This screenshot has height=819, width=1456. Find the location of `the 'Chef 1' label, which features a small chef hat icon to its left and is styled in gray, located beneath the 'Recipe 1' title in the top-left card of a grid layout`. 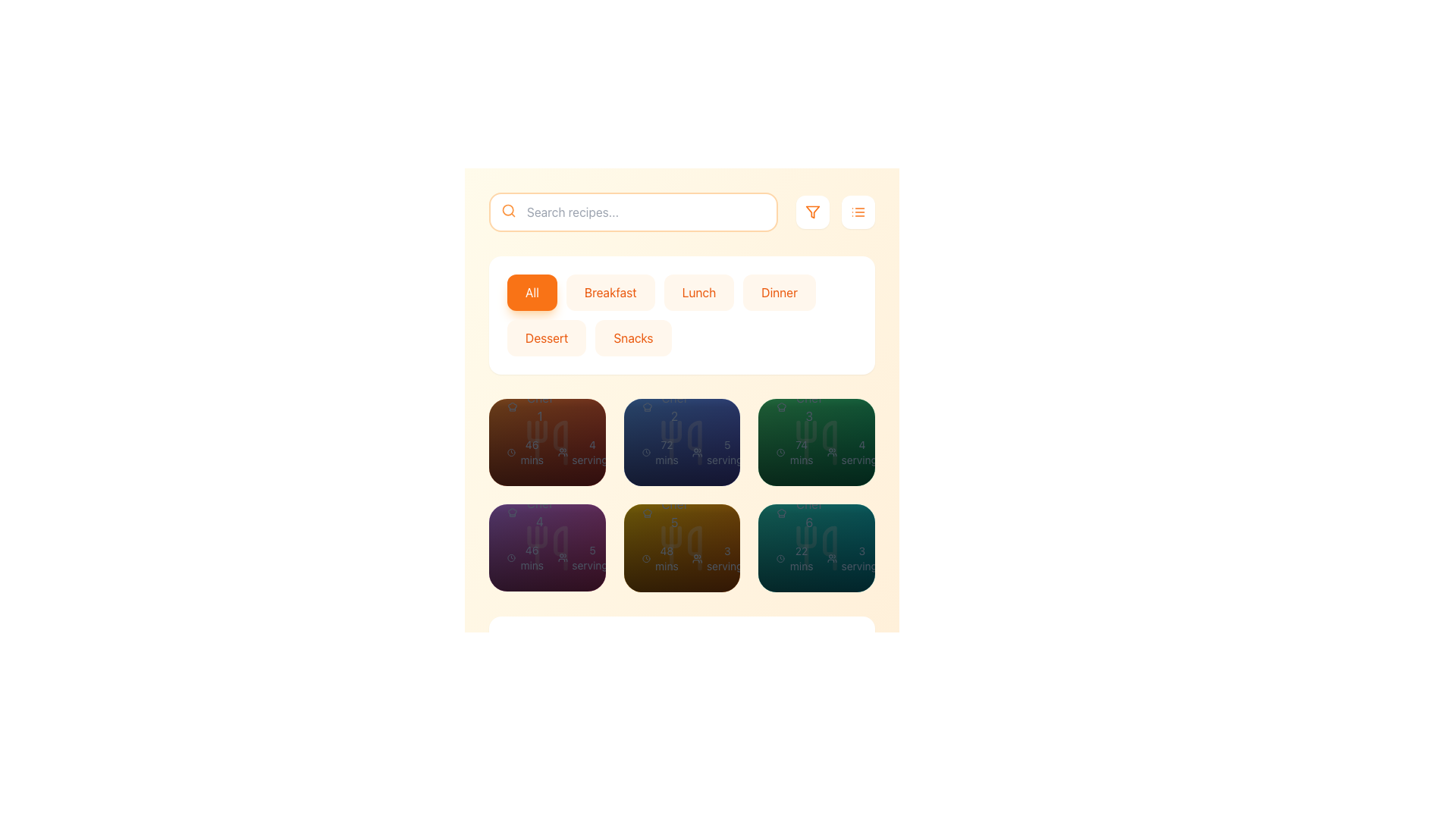

the 'Chef 1' label, which features a small chef hat icon to its left and is styled in gray, located beneath the 'Recipe 1' title in the top-left card of a grid layout is located at coordinates (531, 406).